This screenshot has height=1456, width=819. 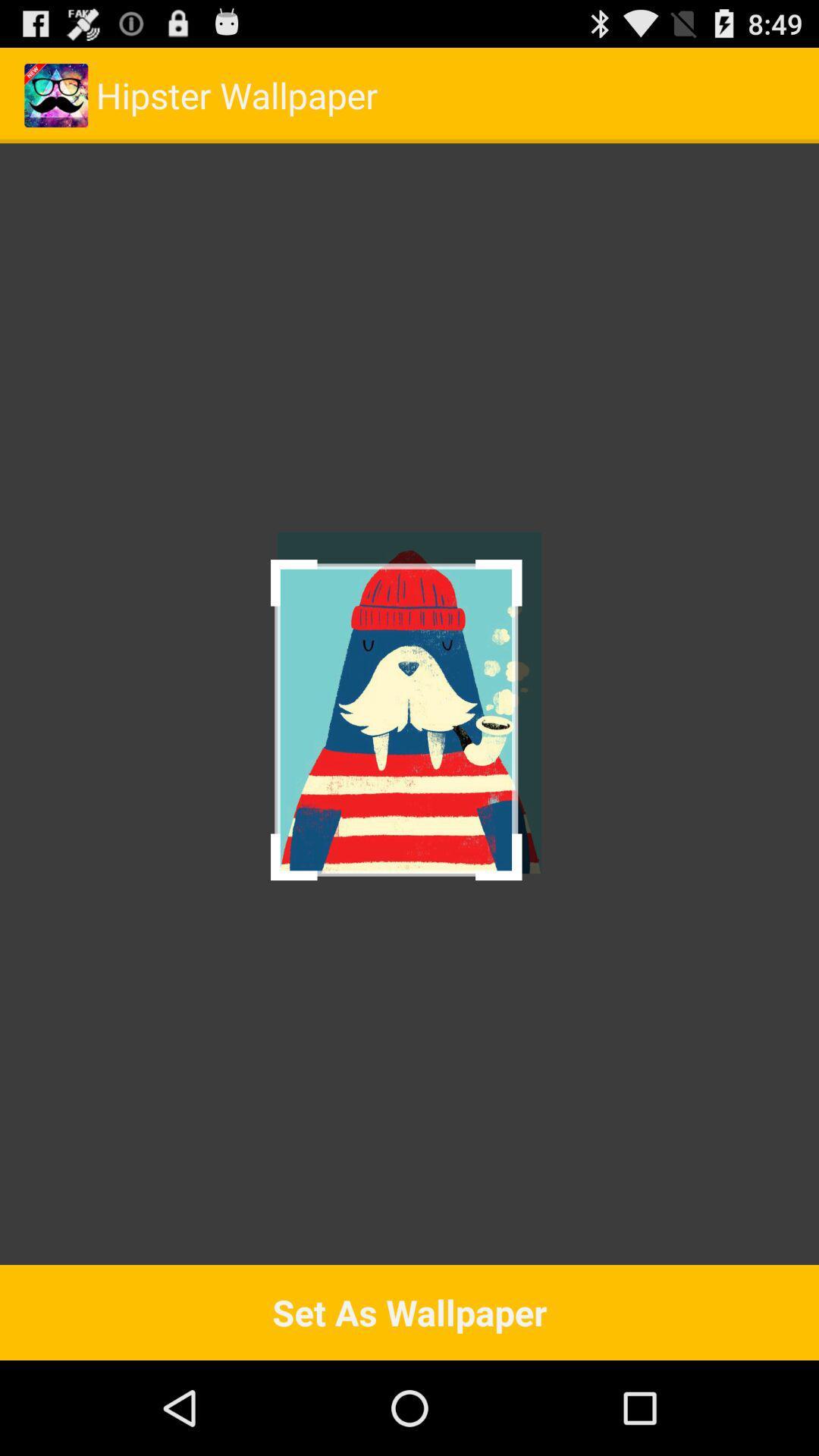 I want to click on the set as wallpaper item, so click(x=409, y=1312).